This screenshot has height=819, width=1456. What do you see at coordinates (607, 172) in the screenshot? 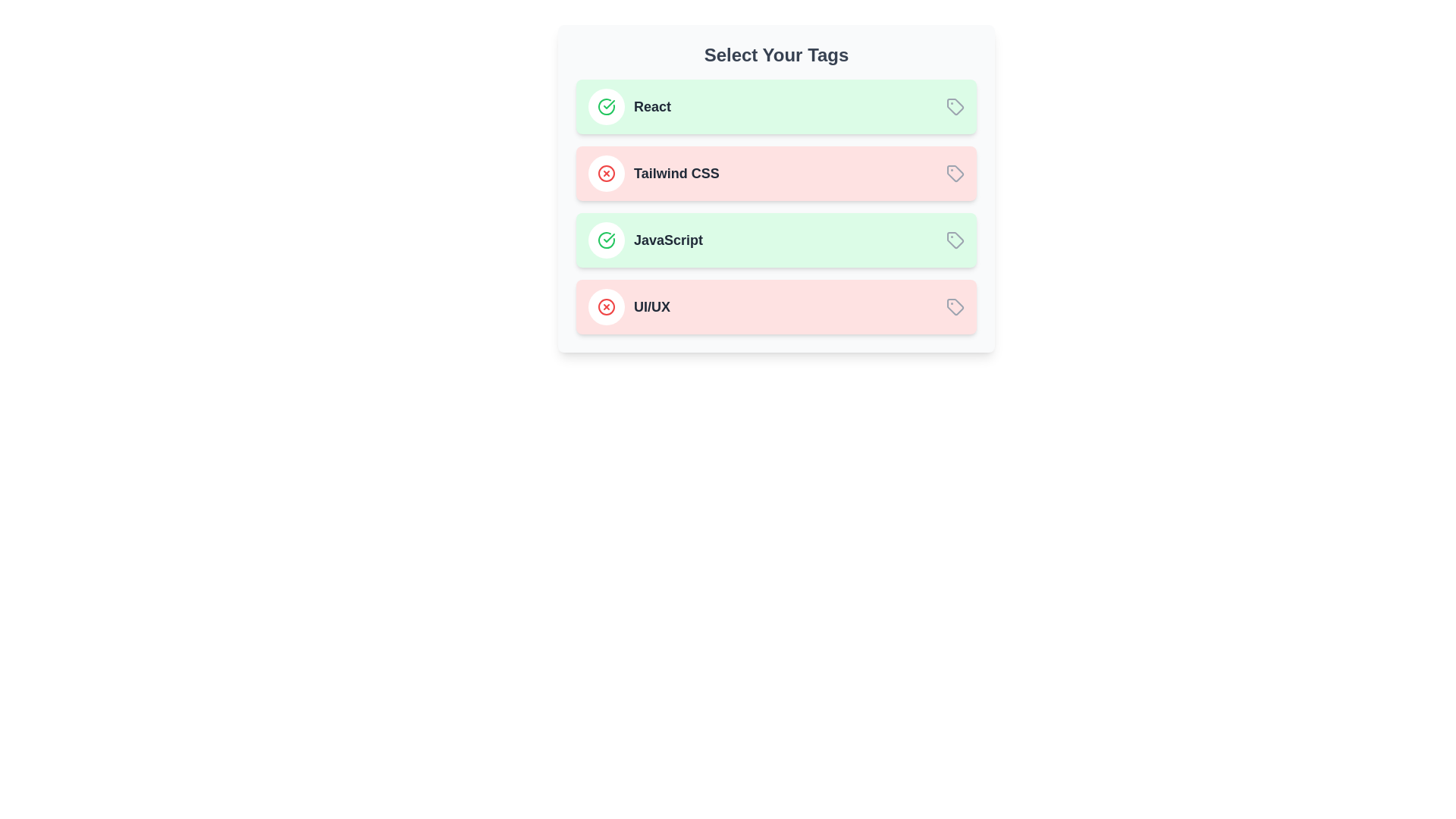
I see `the remove button for the 'Tailwind CSS' tag, which is located to the left of the 'Tailwind CSS' label in the second row of the tags list` at bounding box center [607, 172].